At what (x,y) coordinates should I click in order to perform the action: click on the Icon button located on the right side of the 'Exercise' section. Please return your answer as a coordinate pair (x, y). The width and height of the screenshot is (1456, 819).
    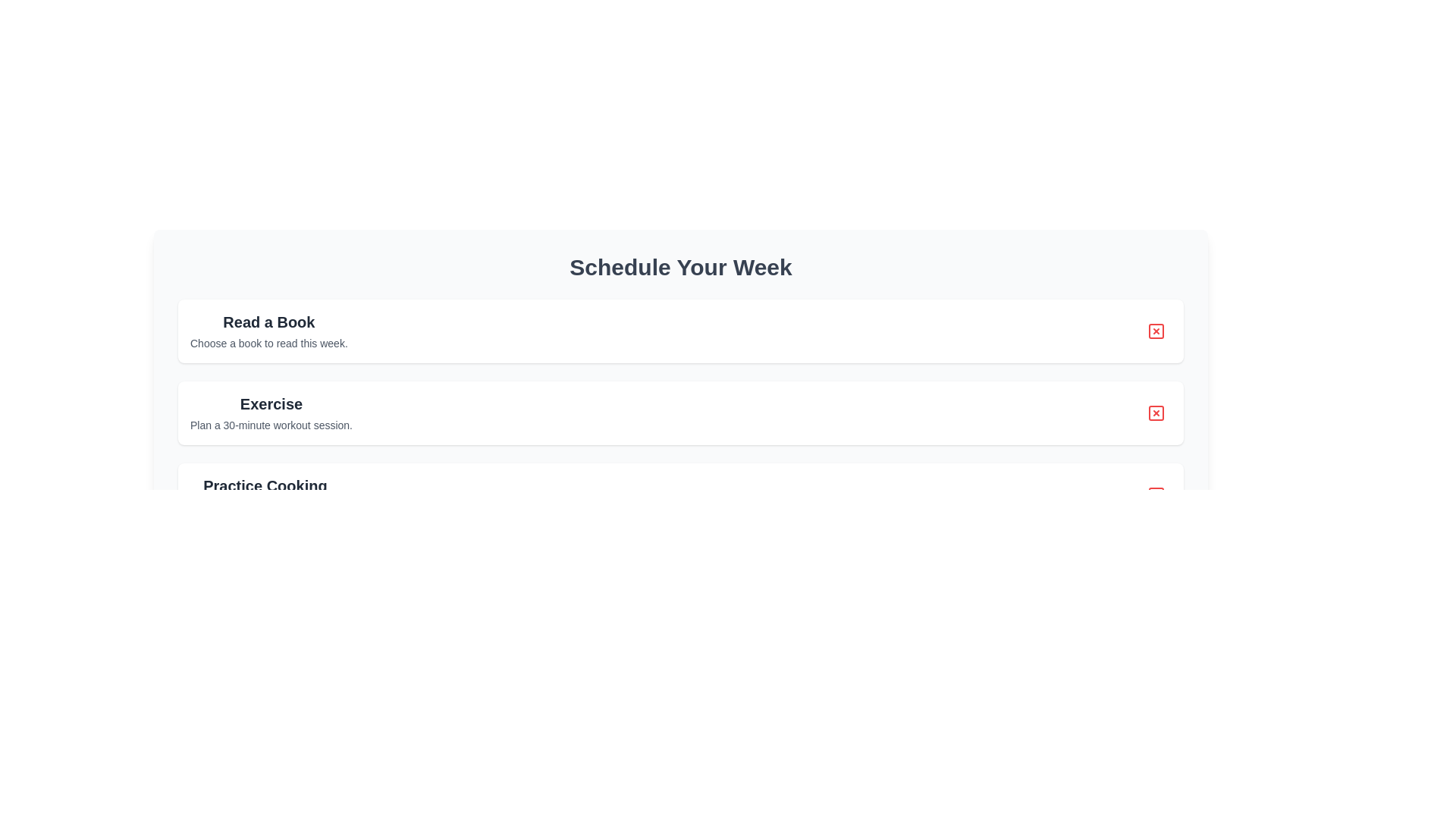
    Looking at the image, I should click on (1156, 413).